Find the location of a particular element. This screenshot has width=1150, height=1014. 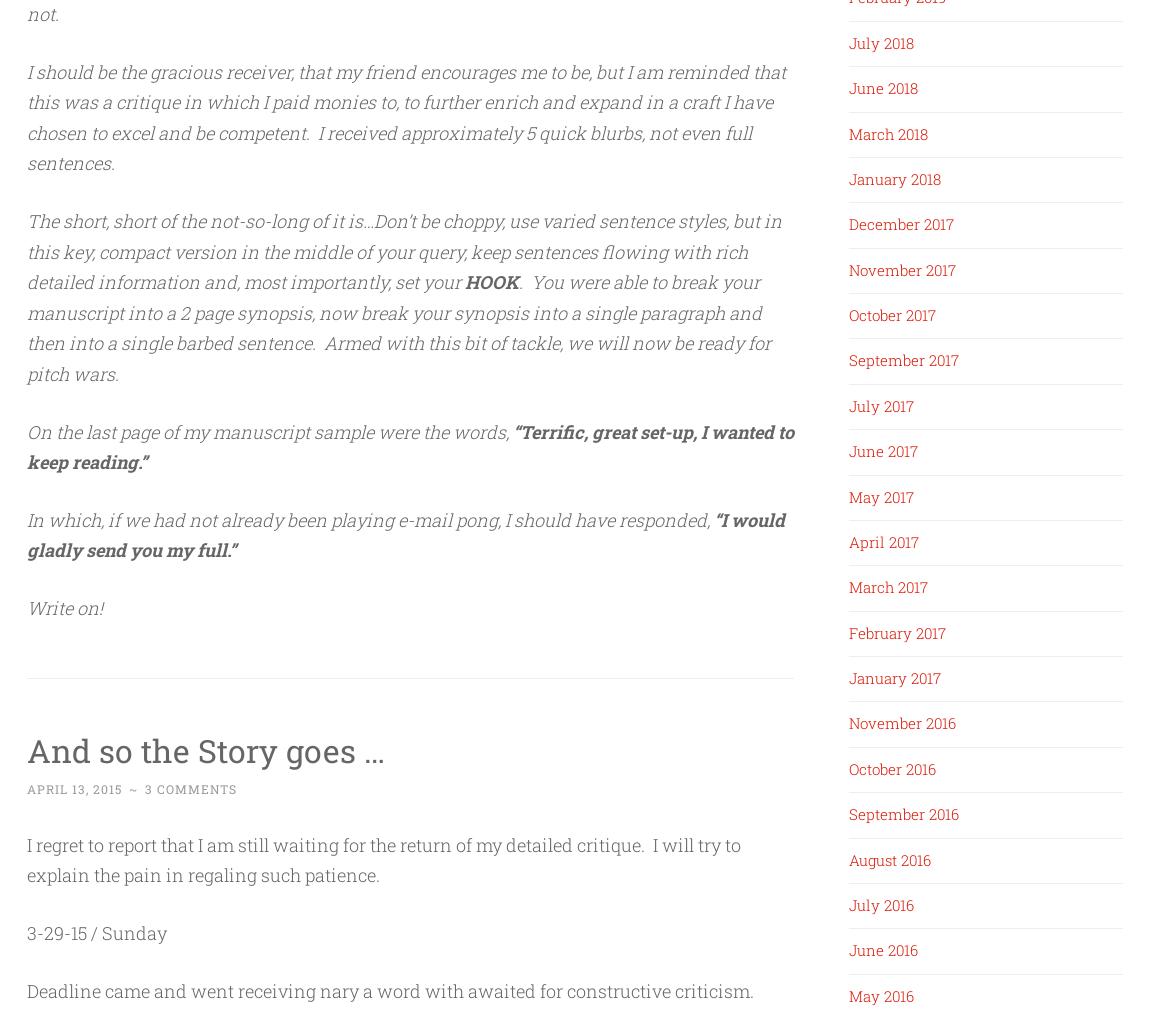

'HOOK' is located at coordinates (491, 281).